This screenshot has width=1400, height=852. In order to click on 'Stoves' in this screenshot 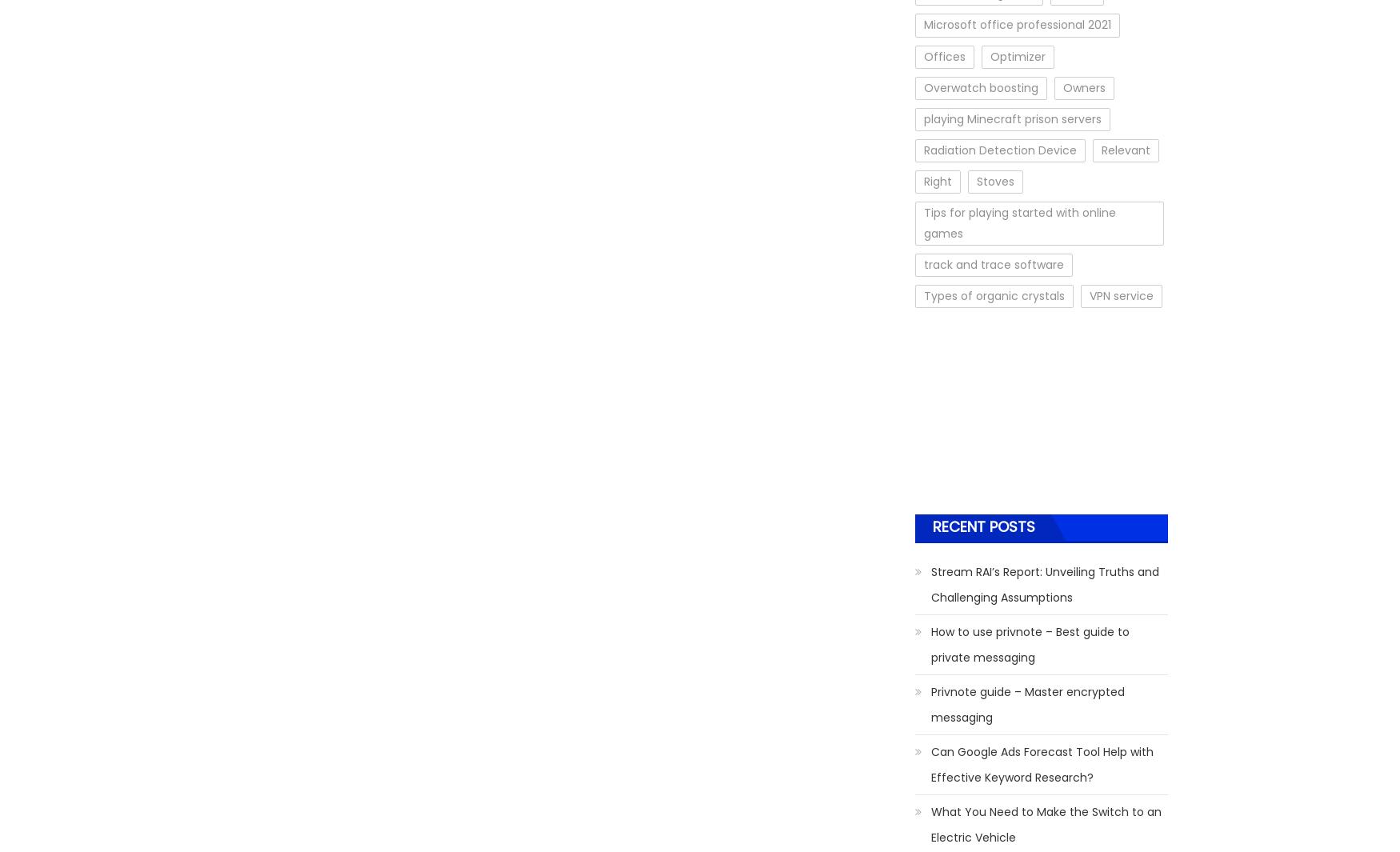, I will do `click(995, 180)`.